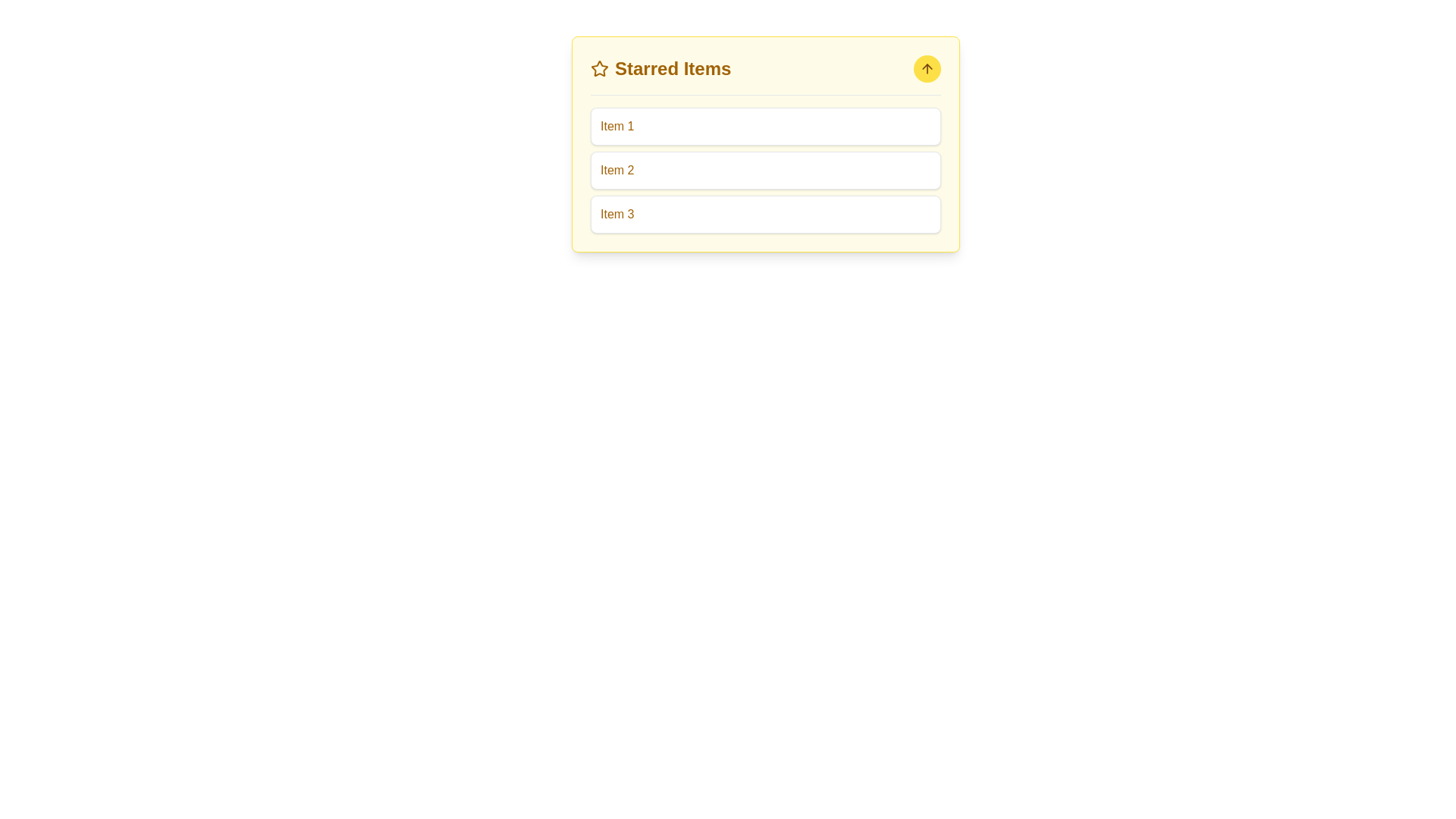  What do you see at coordinates (661, 69) in the screenshot?
I see `the section header indicating that the items listed below are marked as favorites or of high importance` at bounding box center [661, 69].